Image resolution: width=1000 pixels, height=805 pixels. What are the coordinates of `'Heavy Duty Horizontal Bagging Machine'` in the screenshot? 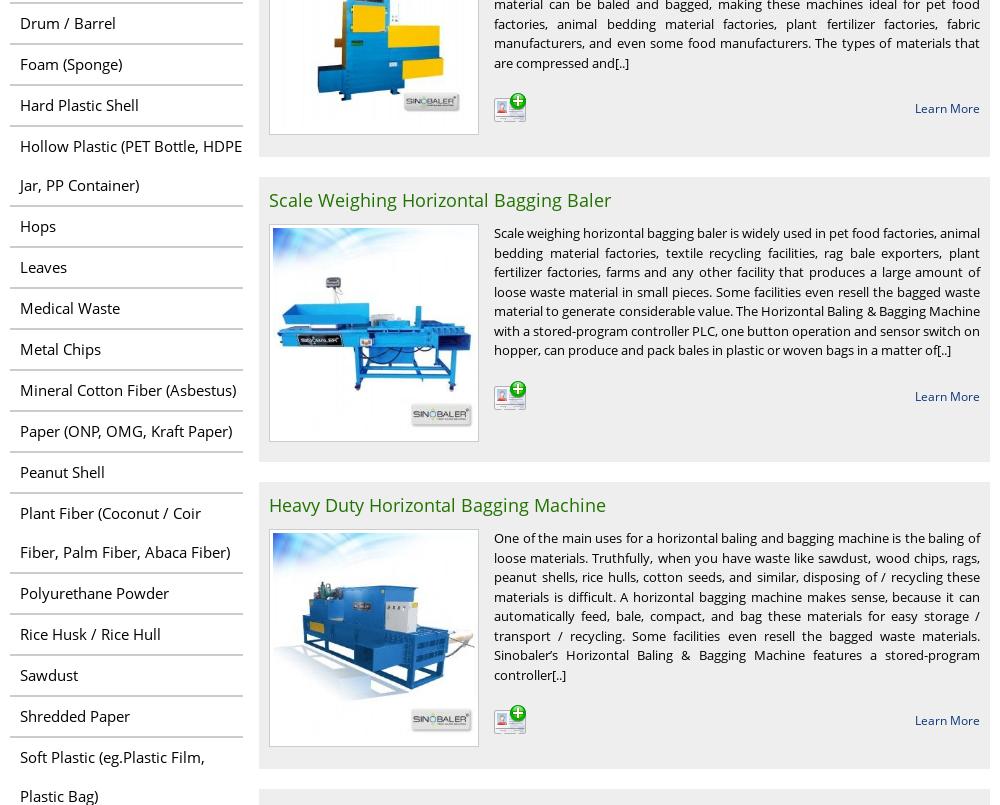 It's located at (437, 504).